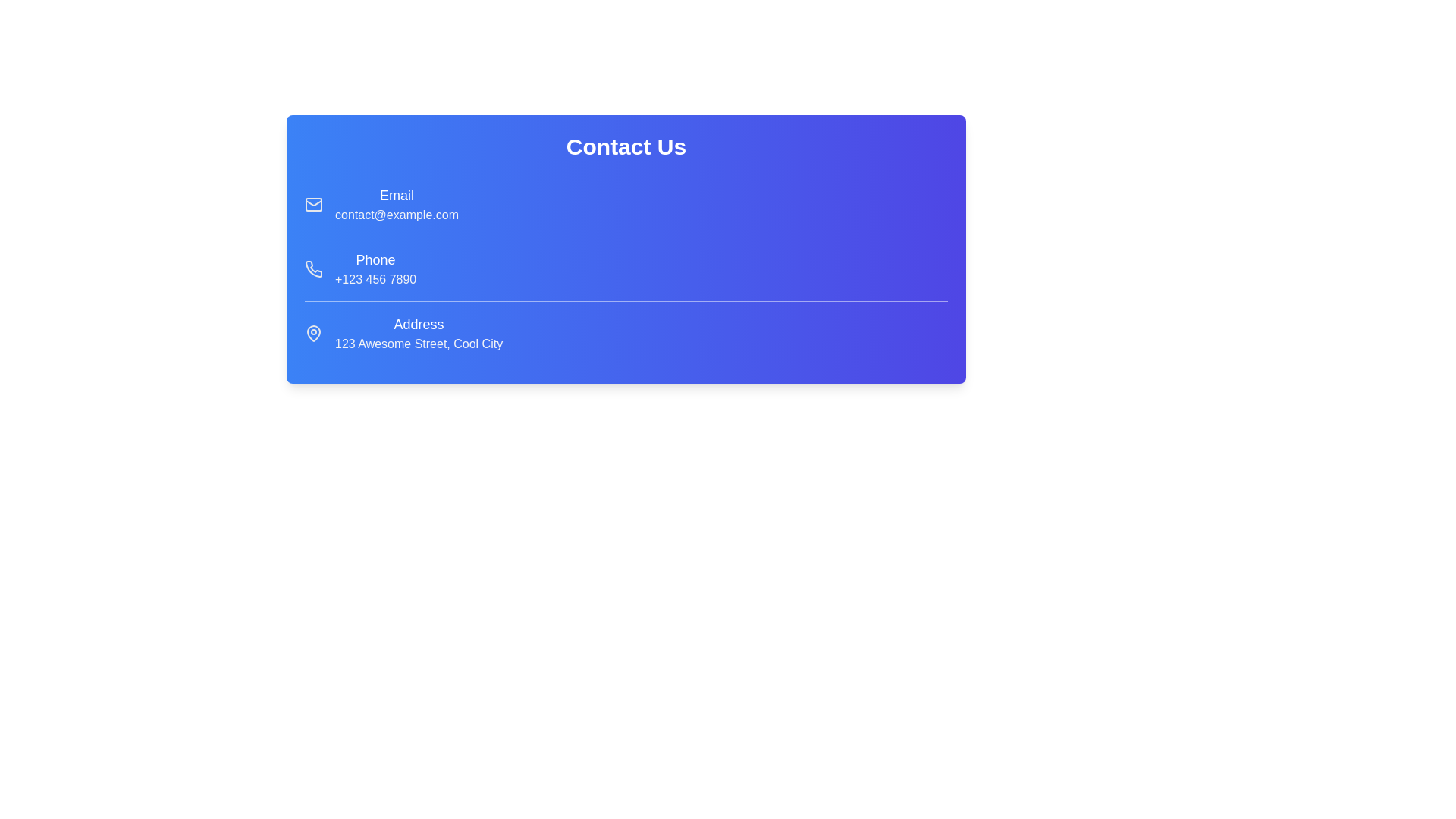  What do you see at coordinates (375, 280) in the screenshot?
I see `the Text Display element that shows the phone number, located within the 'Contact Us' card section, directly below the 'Phone' label` at bounding box center [375, 280].